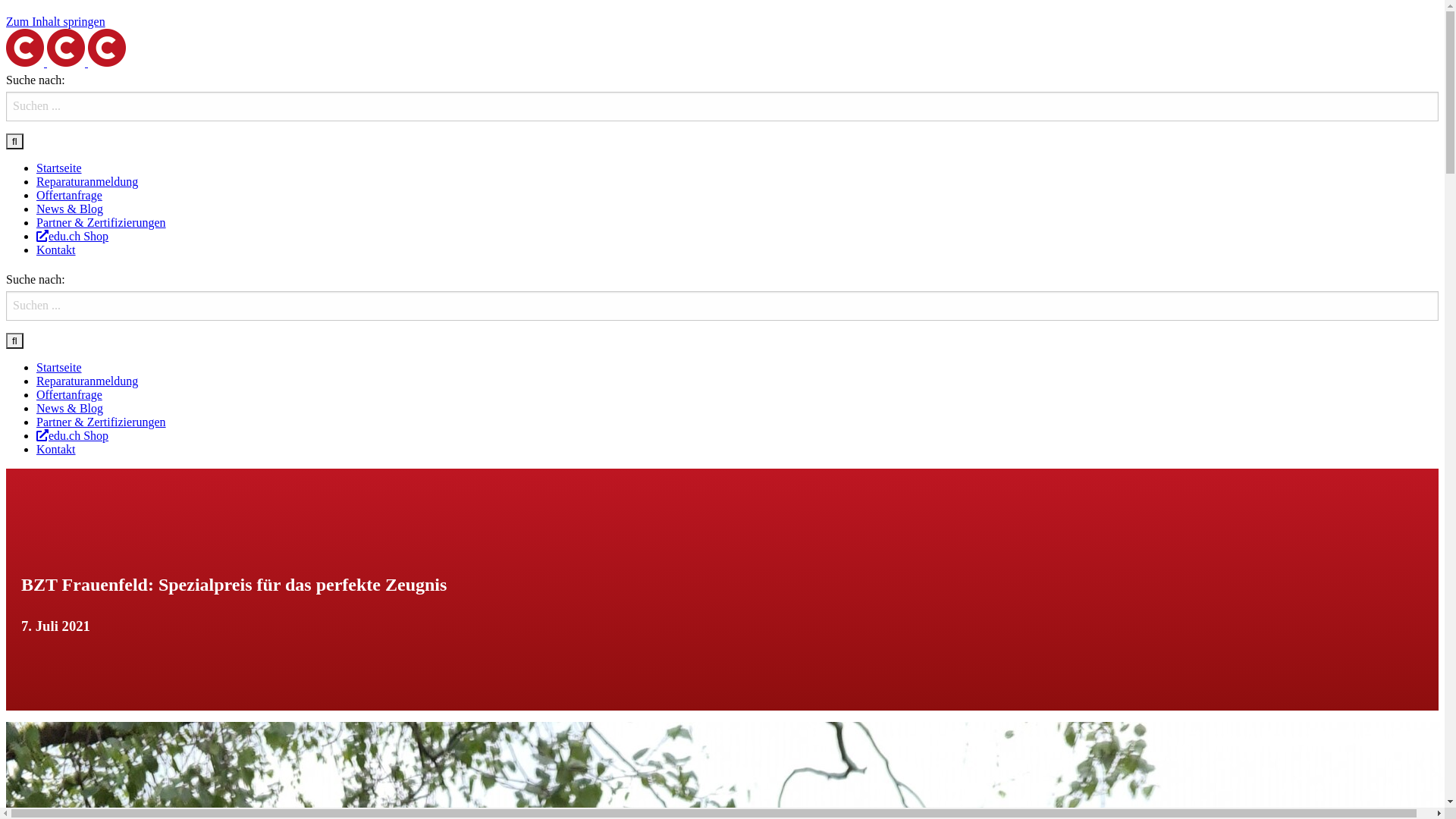 The height and width of the screenshot is (819, 1456). Describe the element at coordinates (58, 168) in the screenshot. I see `'Startseite'` at that location.